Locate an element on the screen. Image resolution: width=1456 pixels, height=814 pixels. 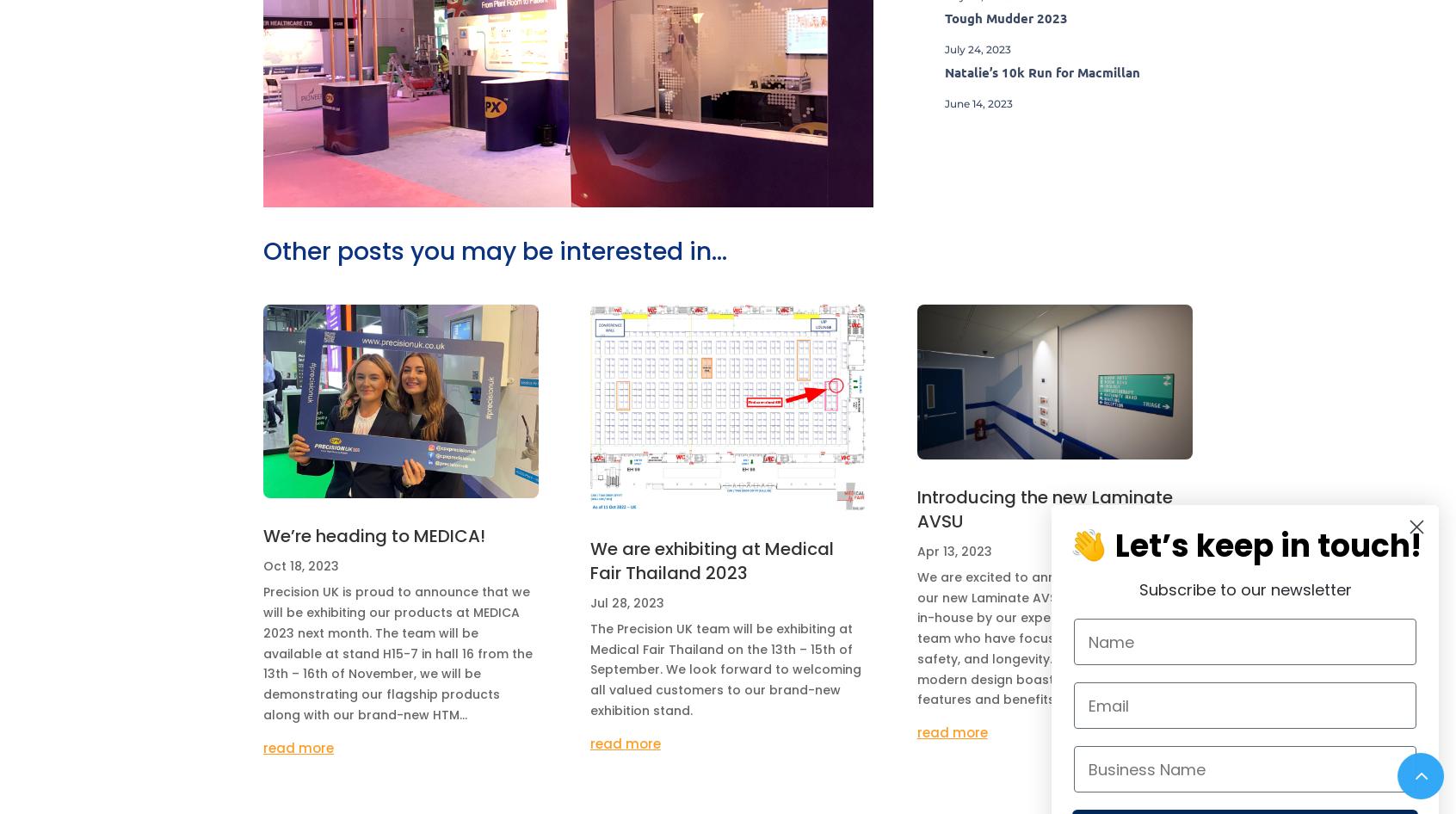
'We are exhibiting at Medical Fair Thailand 2023' is located at coordinates (711, 560).